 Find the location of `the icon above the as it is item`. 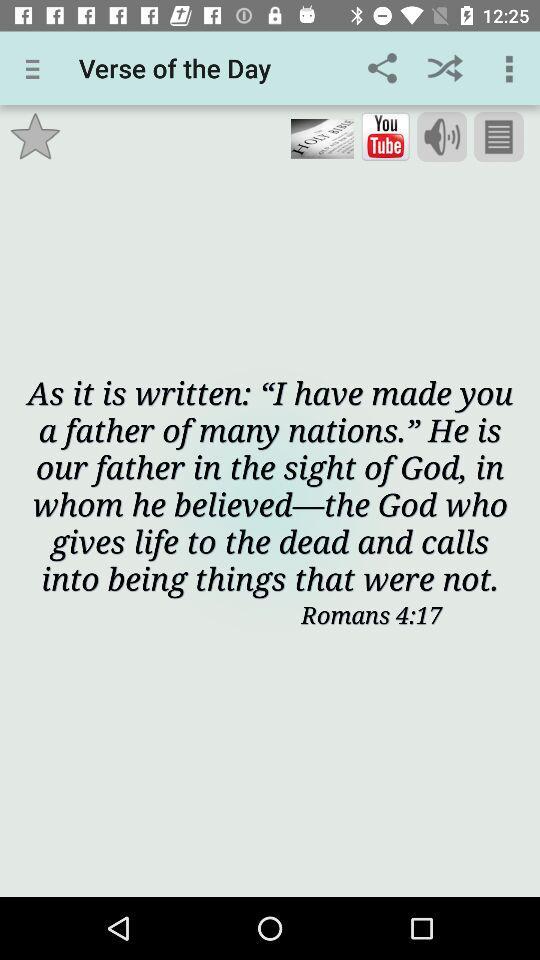

the icon above the as it is item is located at coordinates (322, 137).